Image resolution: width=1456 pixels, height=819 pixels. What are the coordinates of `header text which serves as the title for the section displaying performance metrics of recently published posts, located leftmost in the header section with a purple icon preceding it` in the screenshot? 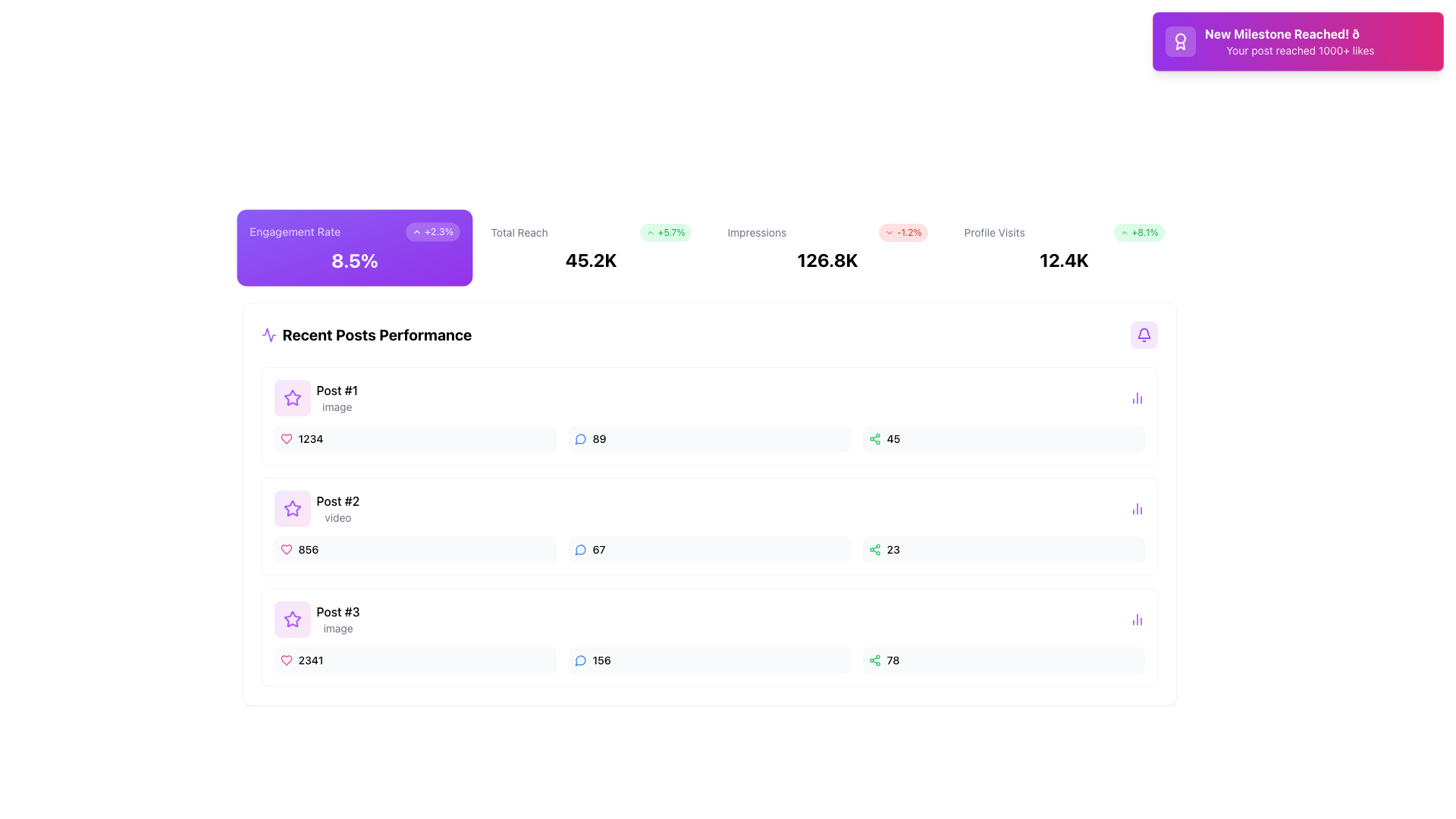 It's located at (366, 334).